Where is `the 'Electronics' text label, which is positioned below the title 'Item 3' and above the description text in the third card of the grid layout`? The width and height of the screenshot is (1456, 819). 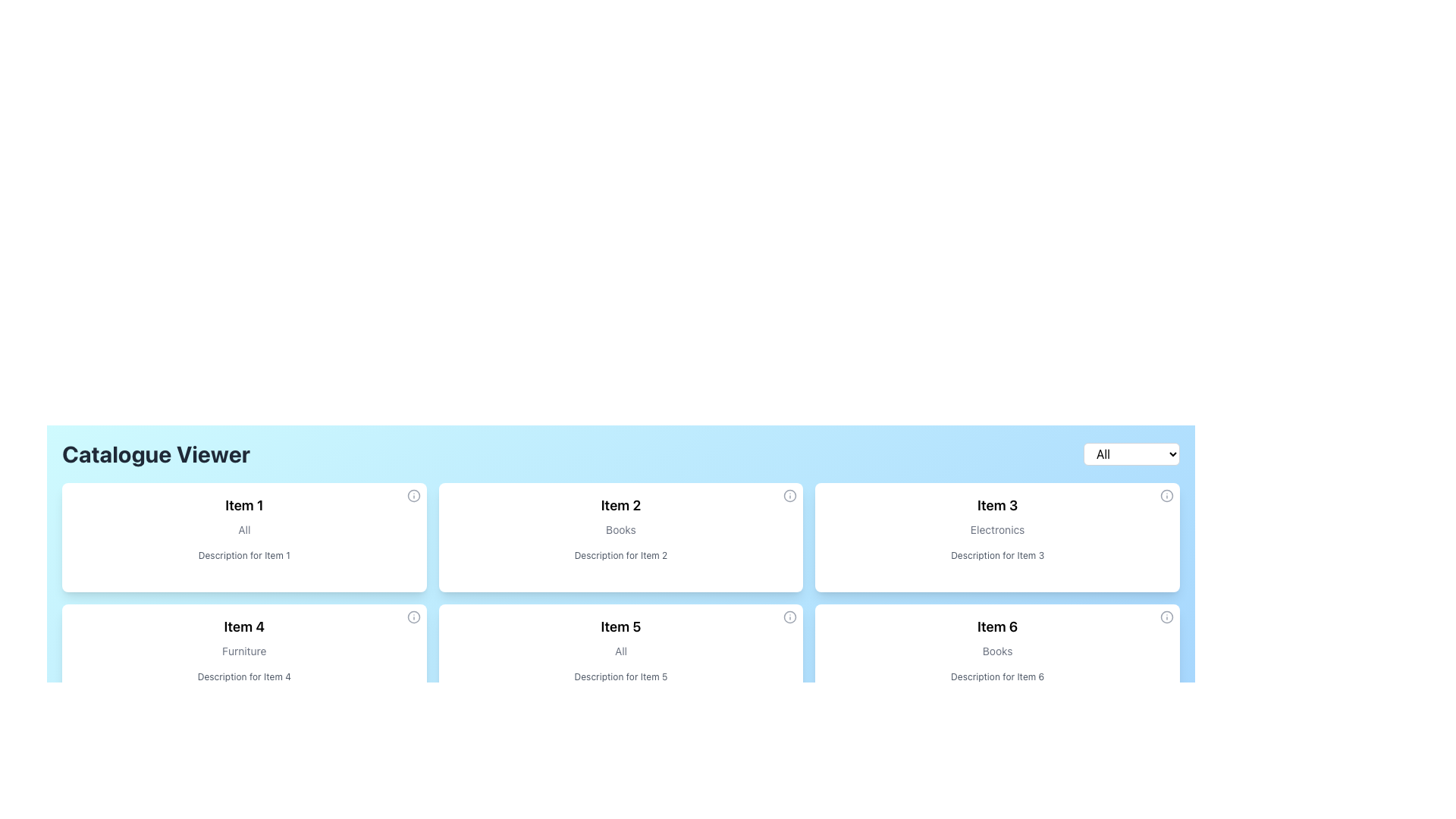
the 'Electronics' text label, which is positioned below the title 'Item 3' and above the description text in the third card of the grid layout is located at coordinates (997, 529).